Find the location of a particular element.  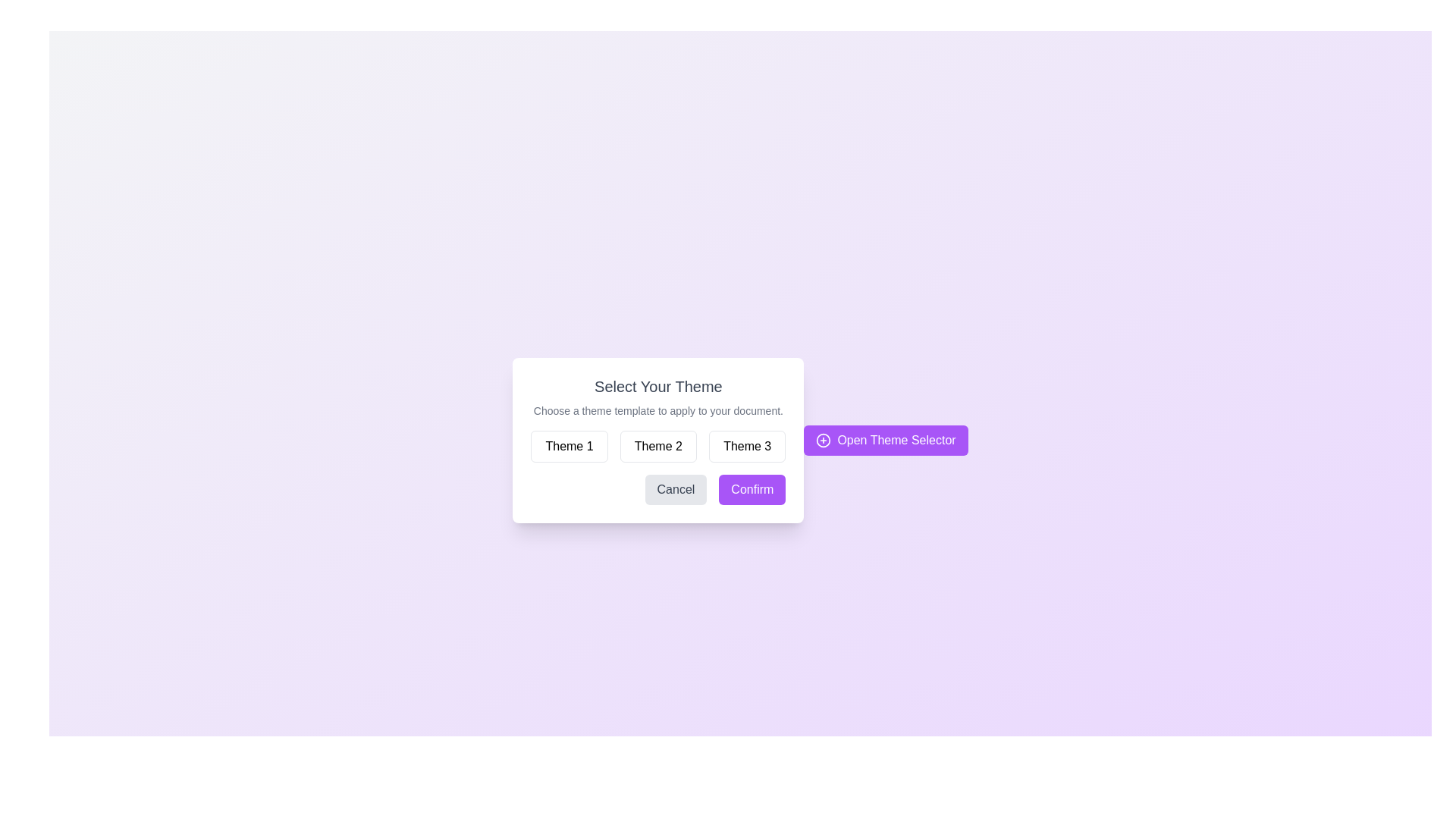

the 'Theme 1' button, which is a rectangular button with rounded corners, a white background, and centered black text is located at coordinates (569, 446).